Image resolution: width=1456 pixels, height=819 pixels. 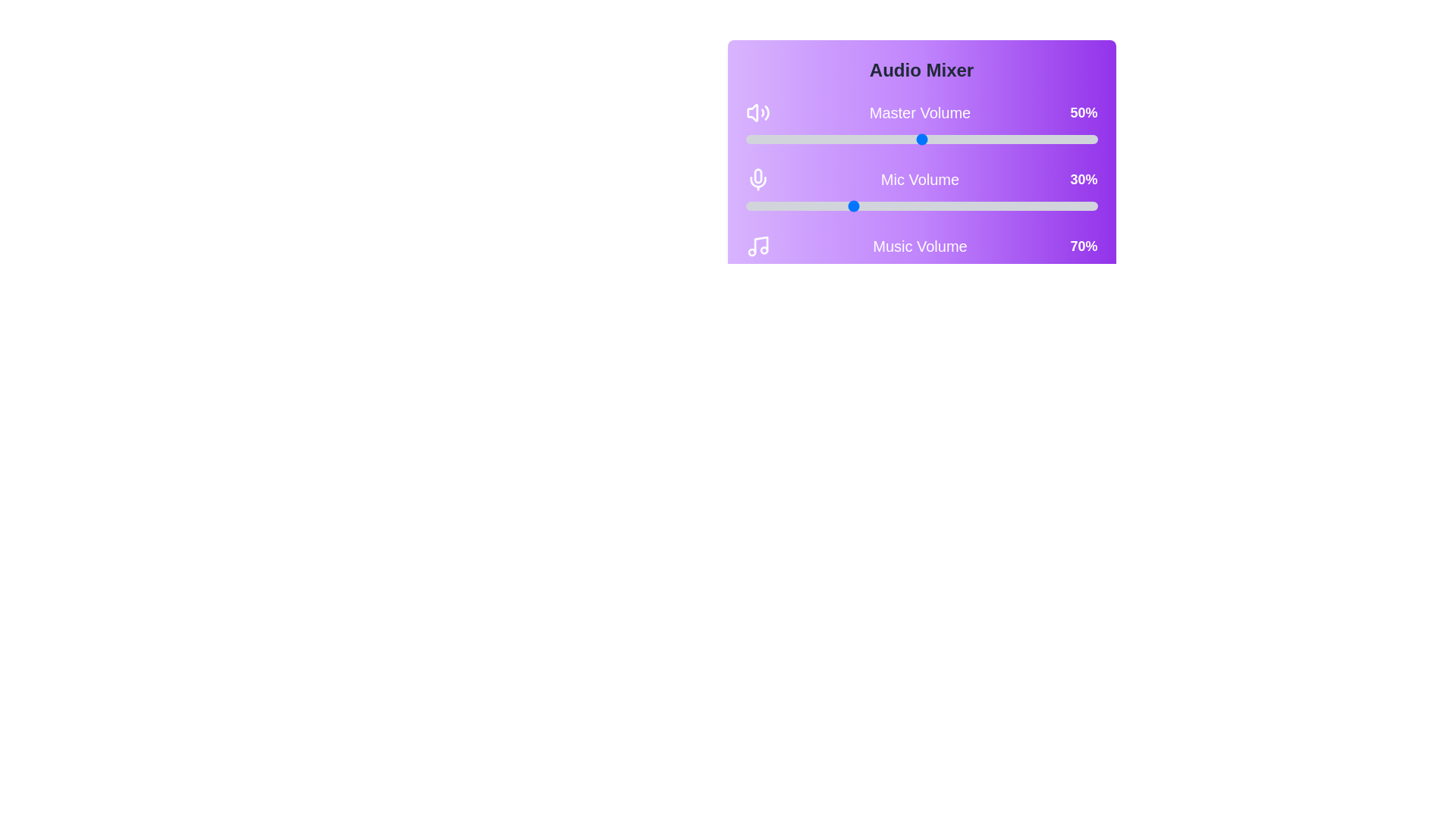 What do you see at coordinates (1024, 206) in the screenshot?
I see `the microphone volume level` at bounding box center [1024, 206].